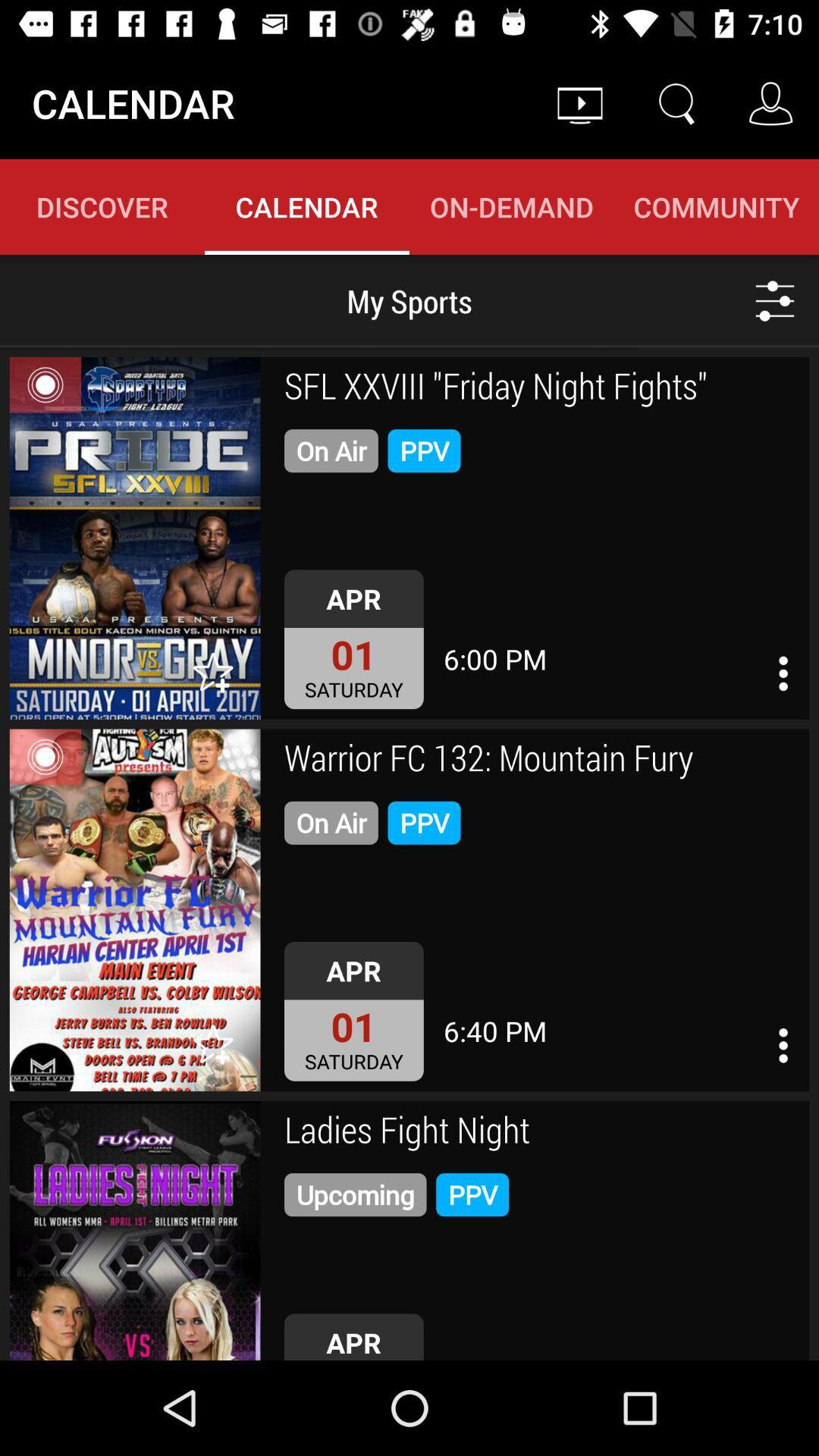 The height and width of the screenshot is (1456, 819). I want to click on show, so click(134, 910).